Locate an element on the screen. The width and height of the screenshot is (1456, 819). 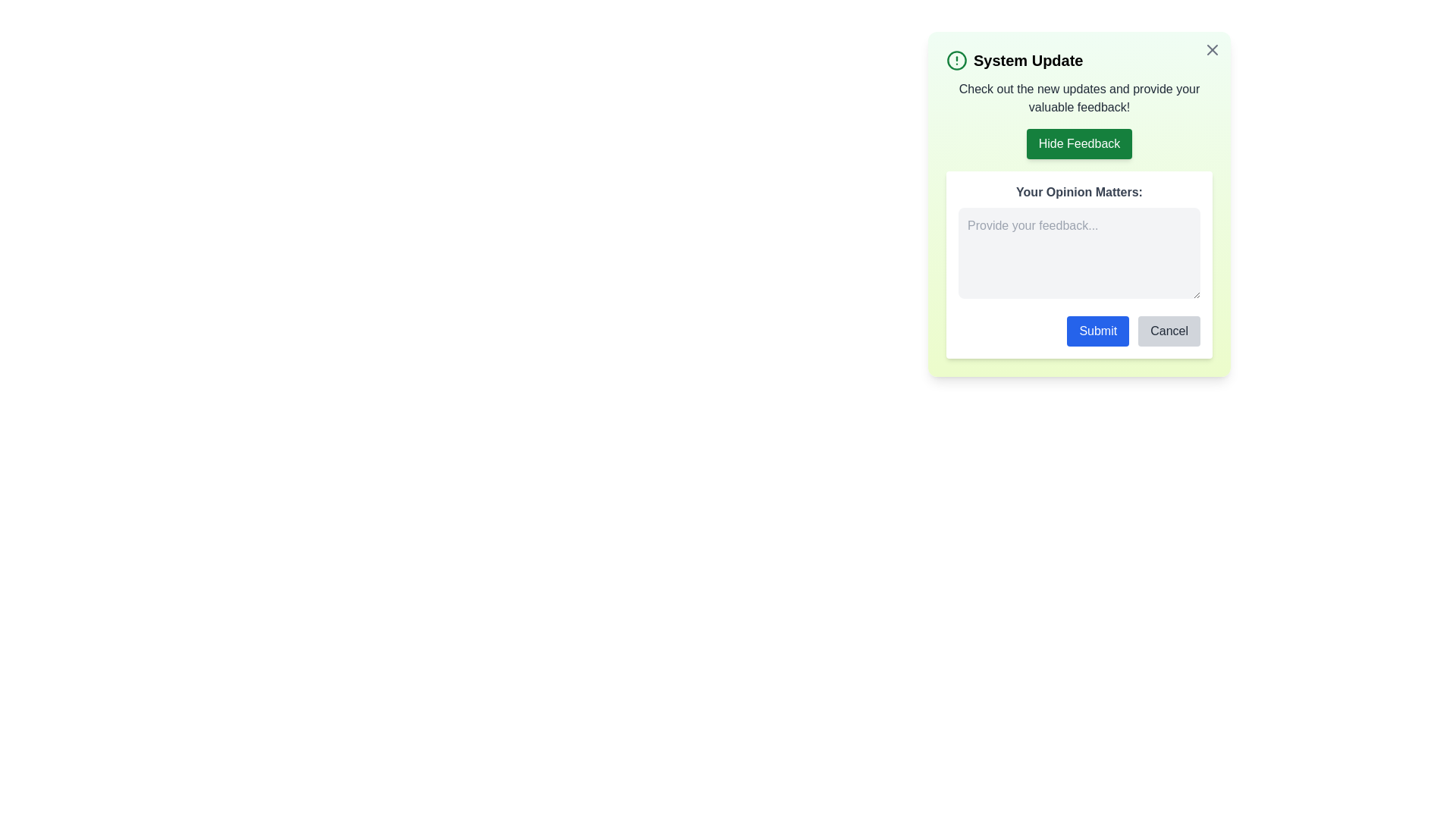
the 'Hide Feedback' button to toggle the visibility of the feedback section is located at coordinates (1078, 143).